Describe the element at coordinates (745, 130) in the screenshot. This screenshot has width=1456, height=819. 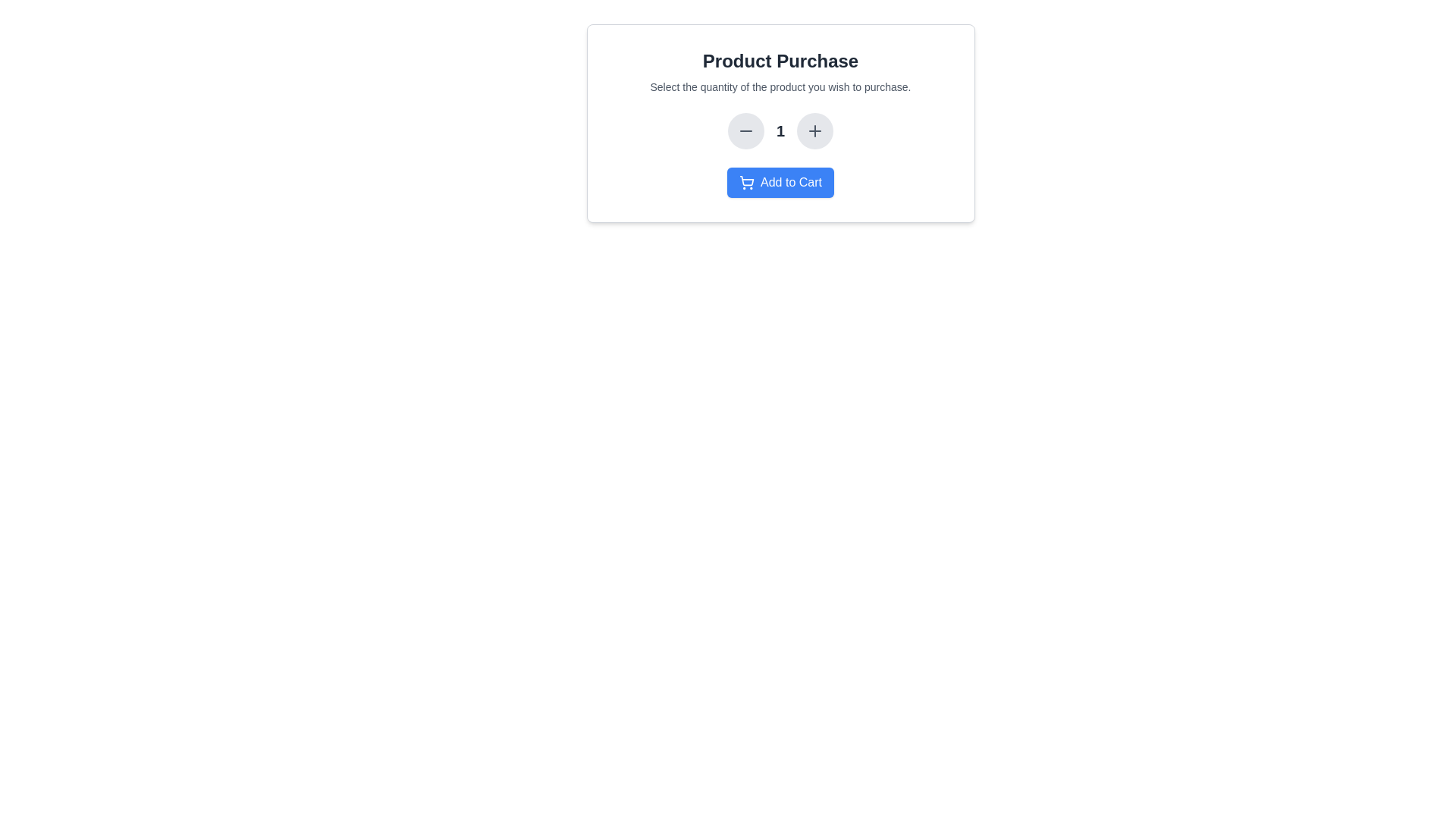
I see `the decrement button, which is the leftmost element in a horizontal arrangement that includes a counter display and a '+' button to observe a background color change` at that location.